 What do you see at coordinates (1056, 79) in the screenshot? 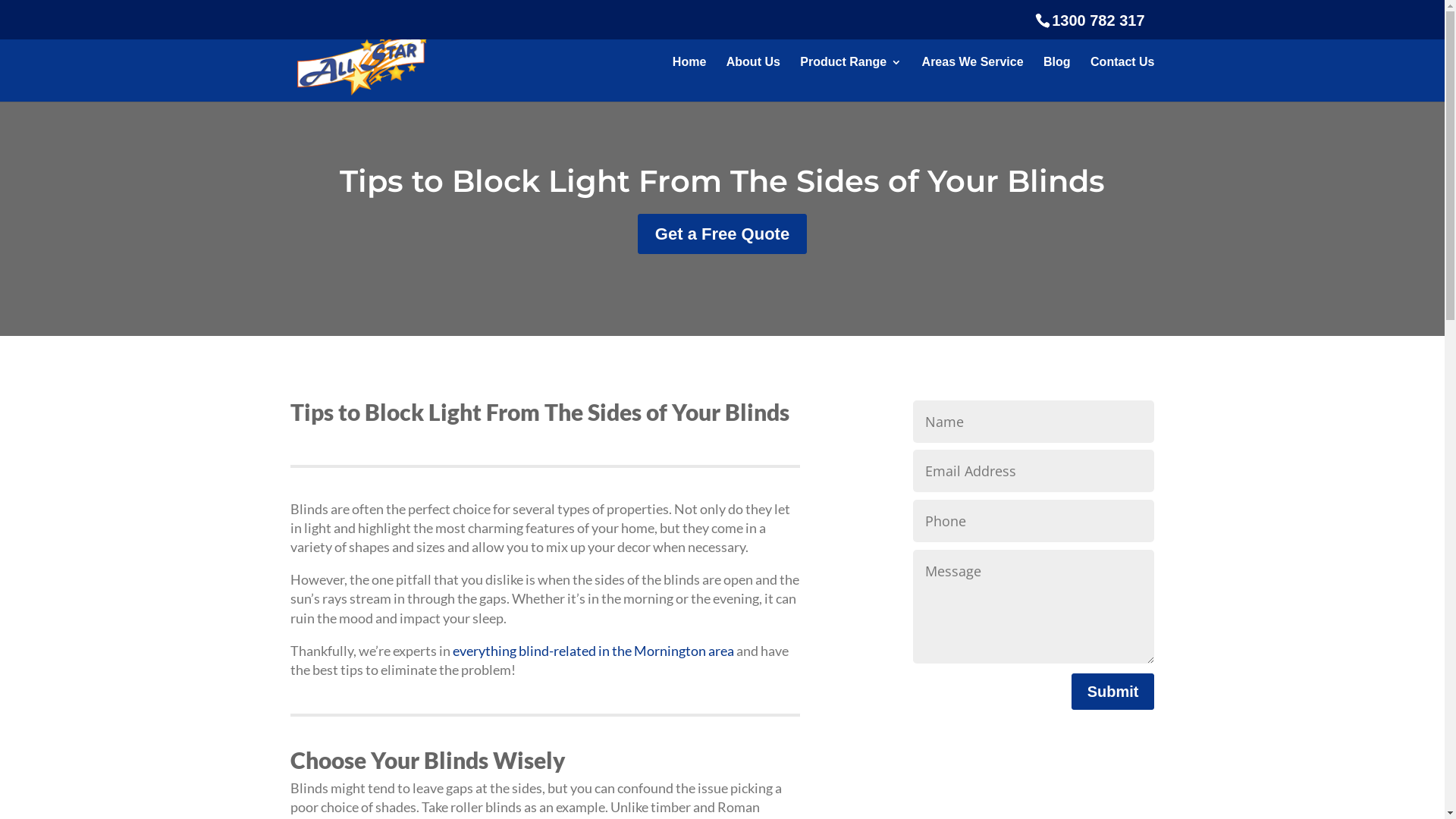
I see `'Blog'` at bounding box center [1056, 79].